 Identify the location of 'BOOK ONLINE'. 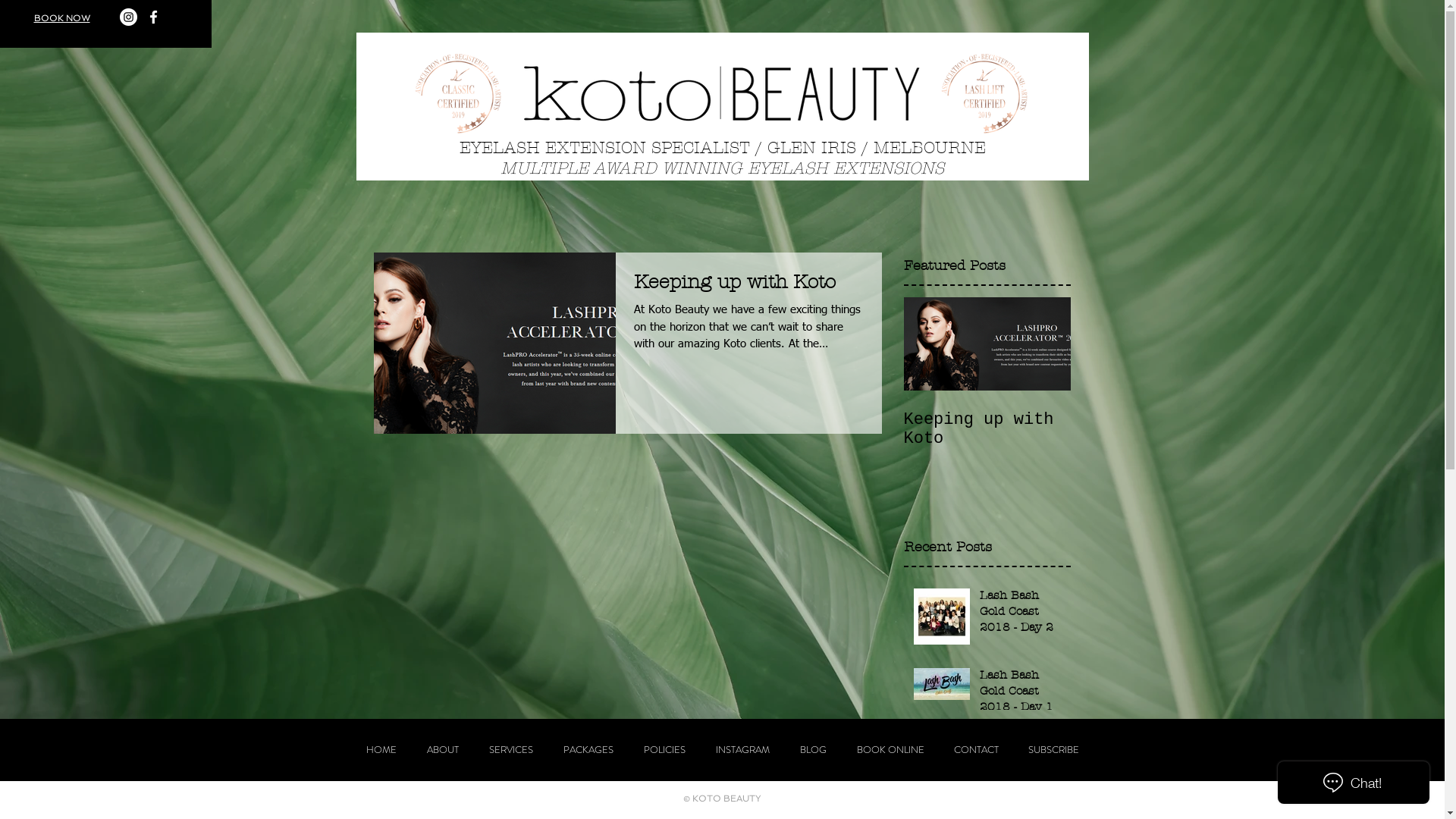
(890, 748).